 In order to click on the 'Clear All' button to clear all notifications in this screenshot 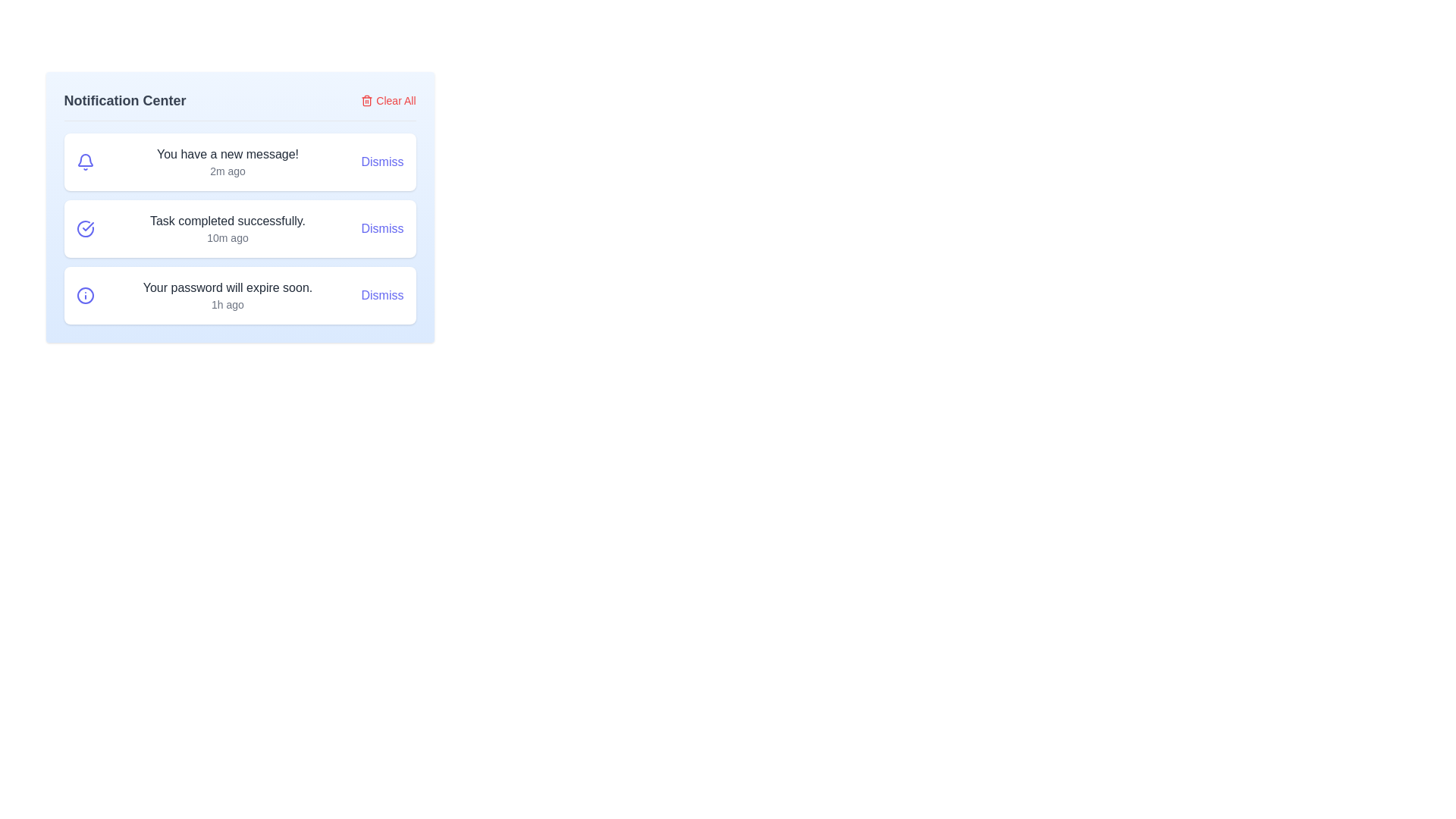, I will do `click(388, 100)`.